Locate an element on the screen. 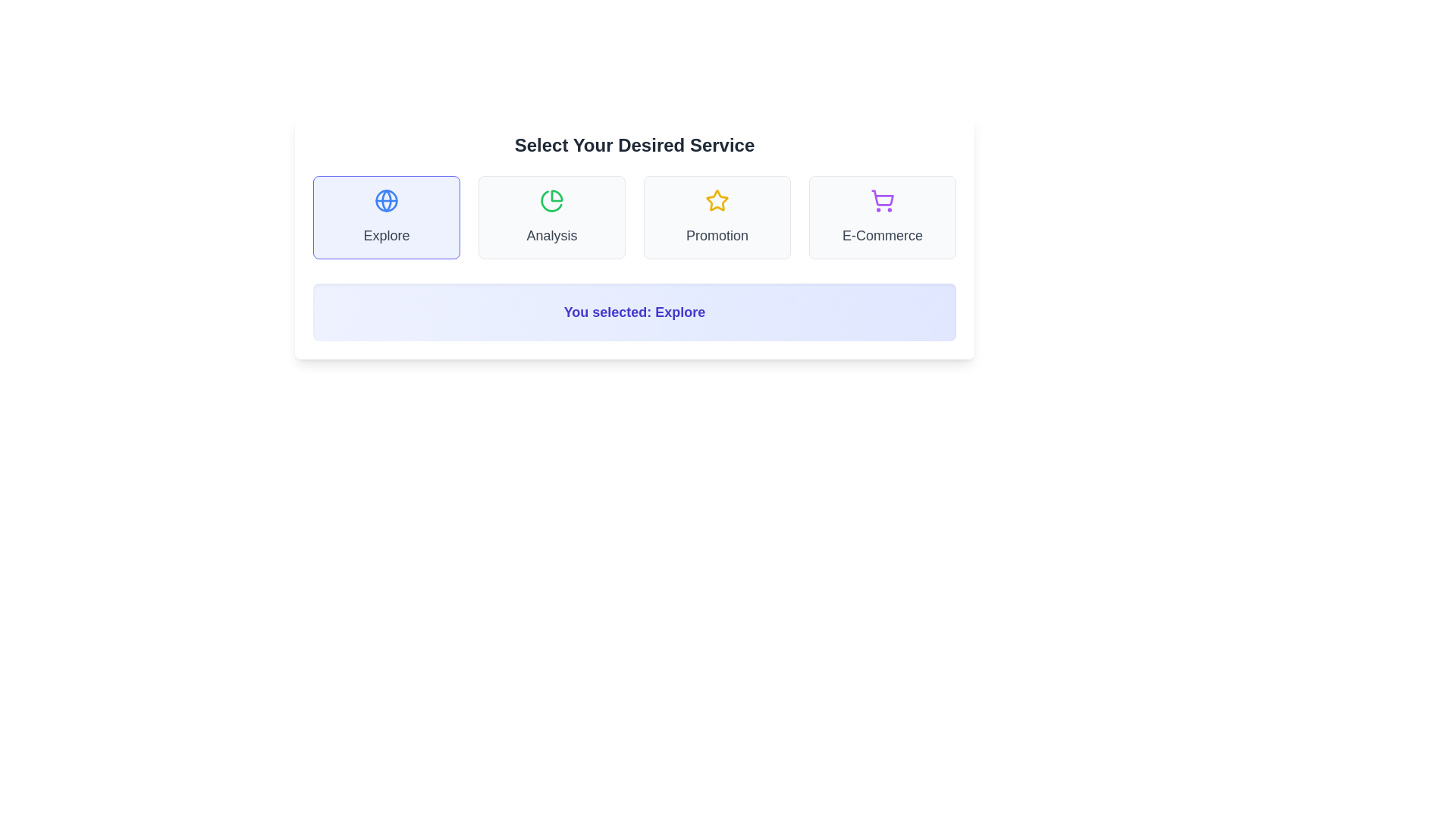 The height and width of the screenshot is (819, 1456). the circular blue globe icon located in the leftmost choice box labeled 'Explore', positioned above the text 'Explore' is located at coordinates (386, 200).